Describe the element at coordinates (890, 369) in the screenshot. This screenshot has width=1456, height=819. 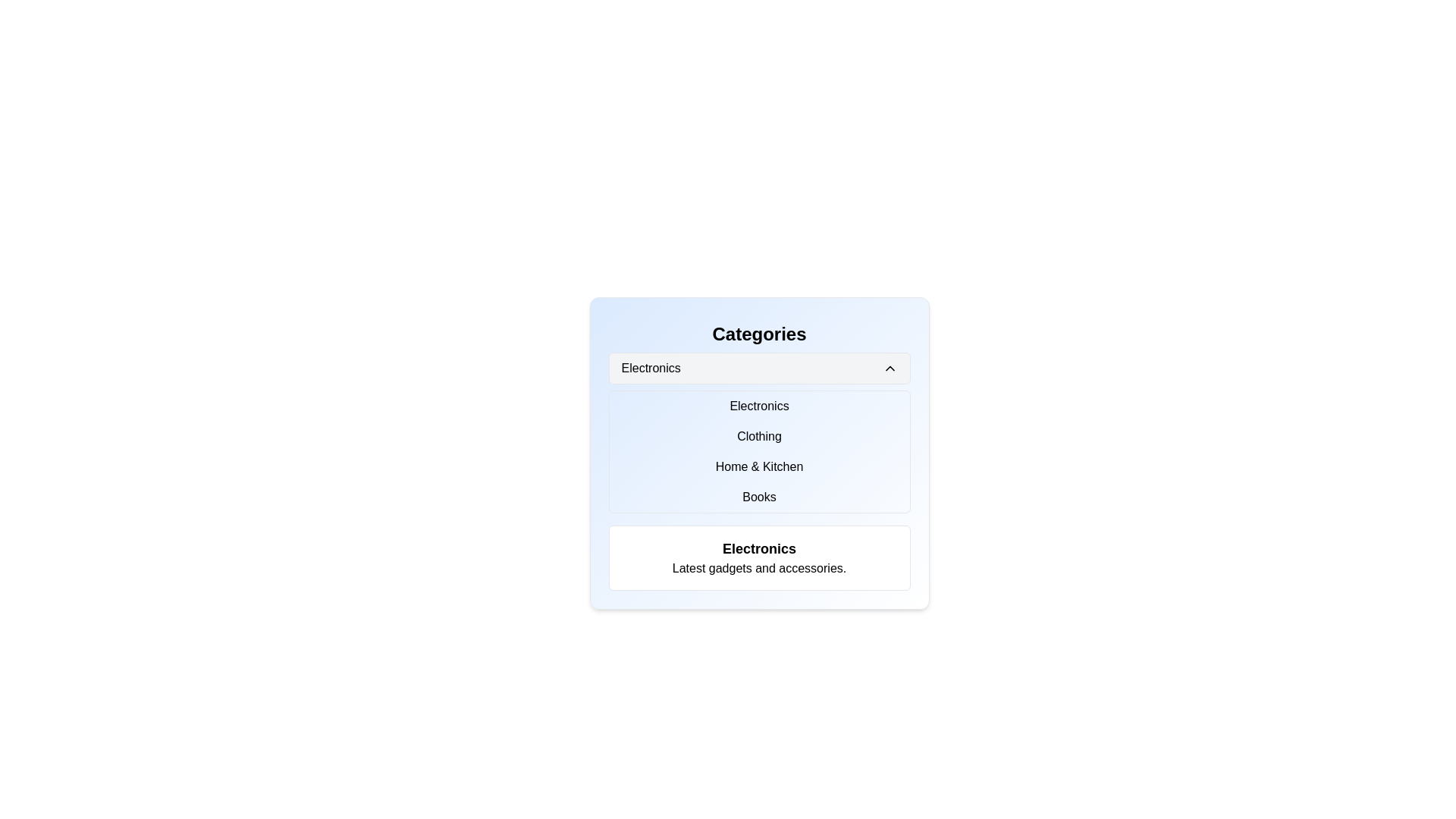
I see `the upward-pointing chevron icon, which is styled with a plain black stroke and a transparent fill, located to the far right of the 'Electronics' text` at that location.